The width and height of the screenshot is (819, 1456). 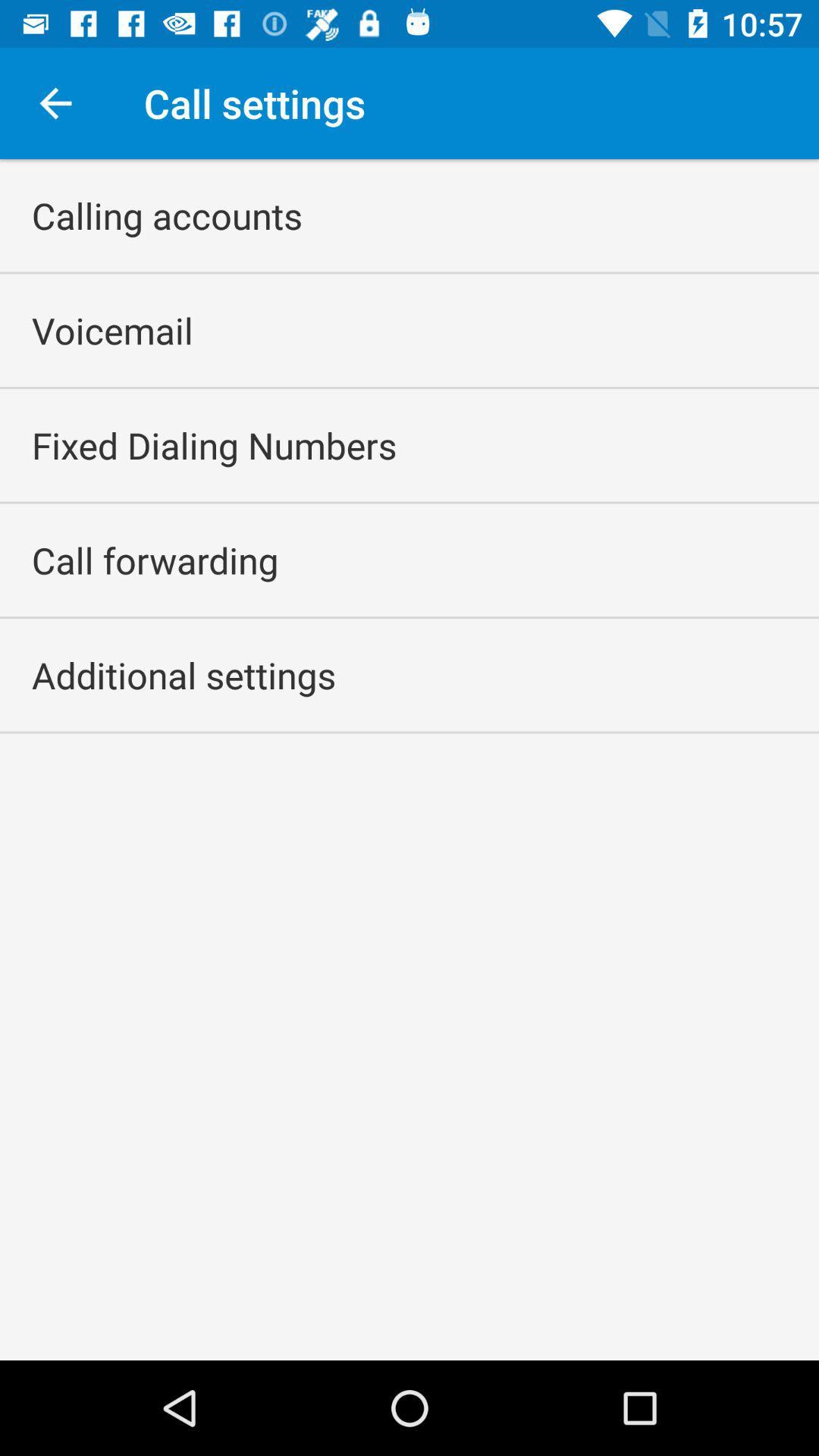 I want to click on item above calling accounts, so click(x=55, y=102).